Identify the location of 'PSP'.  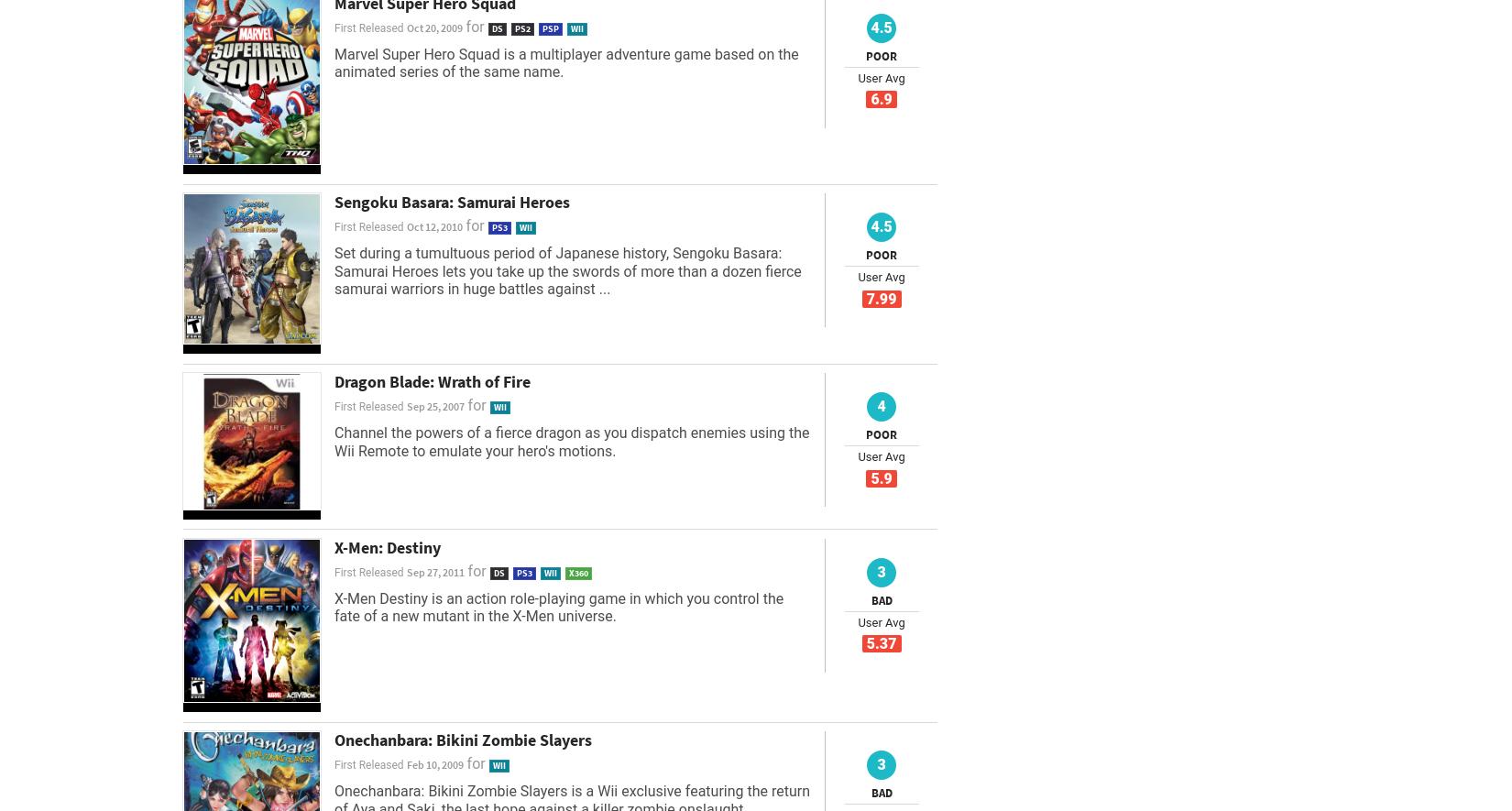
(541, 27).